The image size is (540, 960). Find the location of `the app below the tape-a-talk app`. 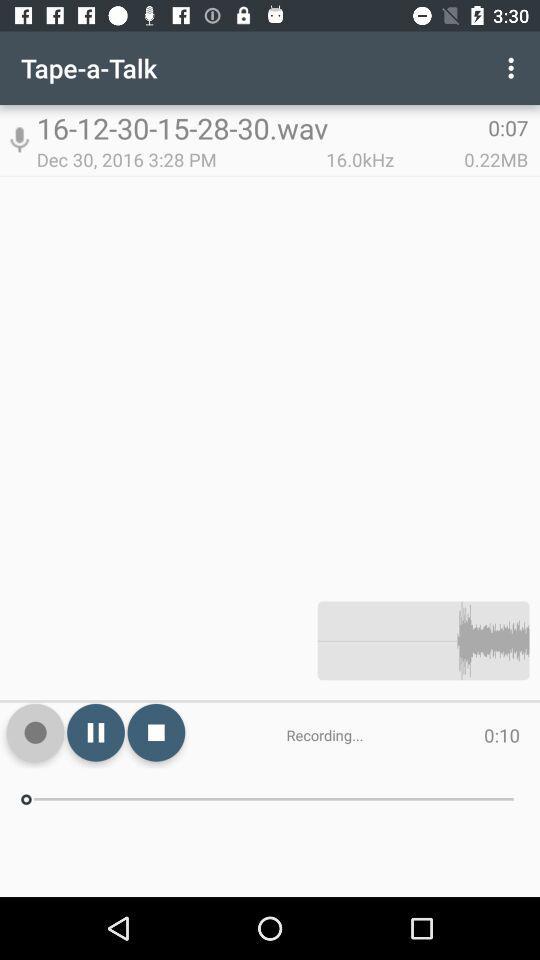

the app below the tape-a-talk app is located at coordinates (18, 139).